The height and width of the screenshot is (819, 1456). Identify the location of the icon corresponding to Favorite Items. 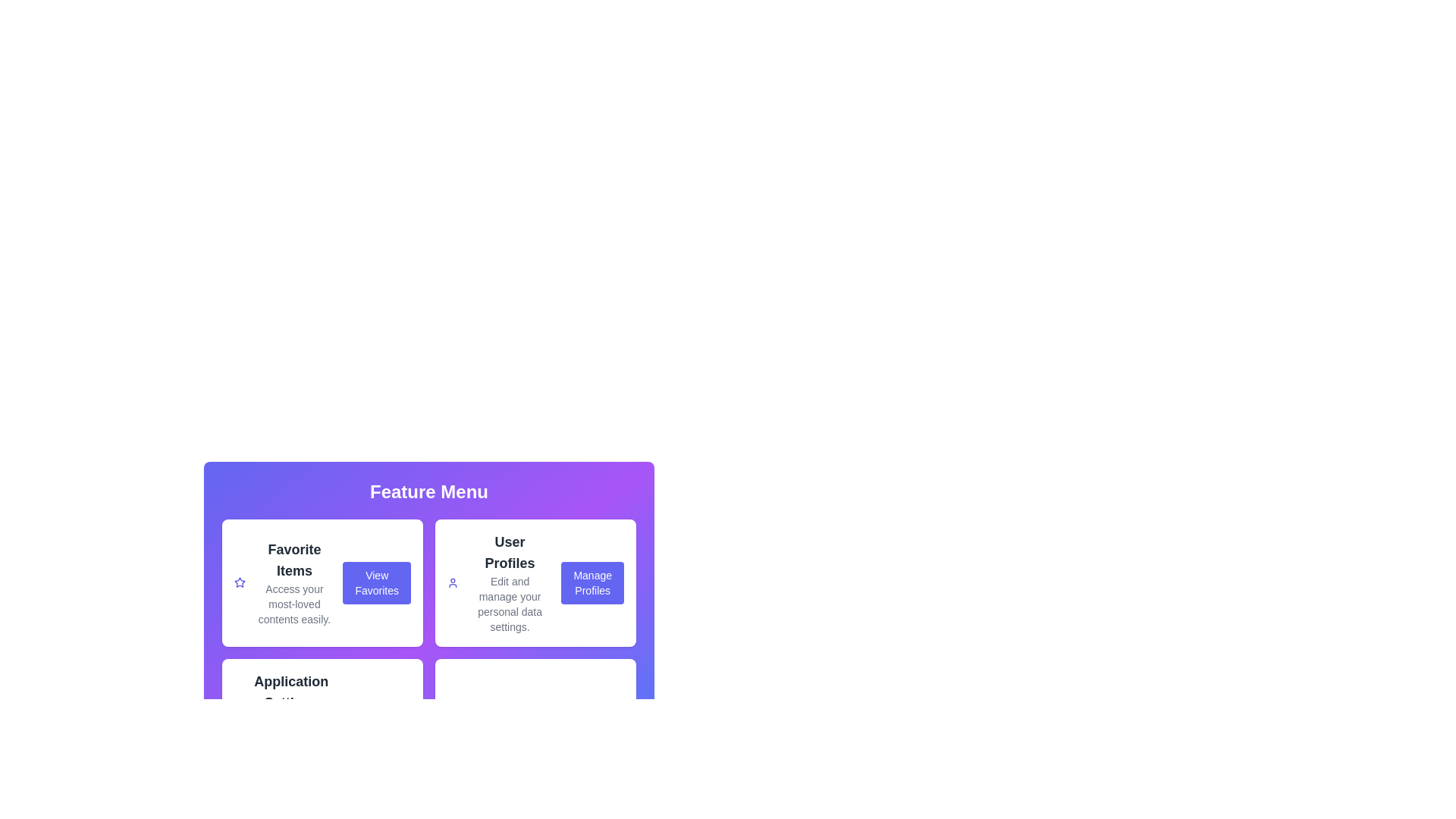
(239, 582).